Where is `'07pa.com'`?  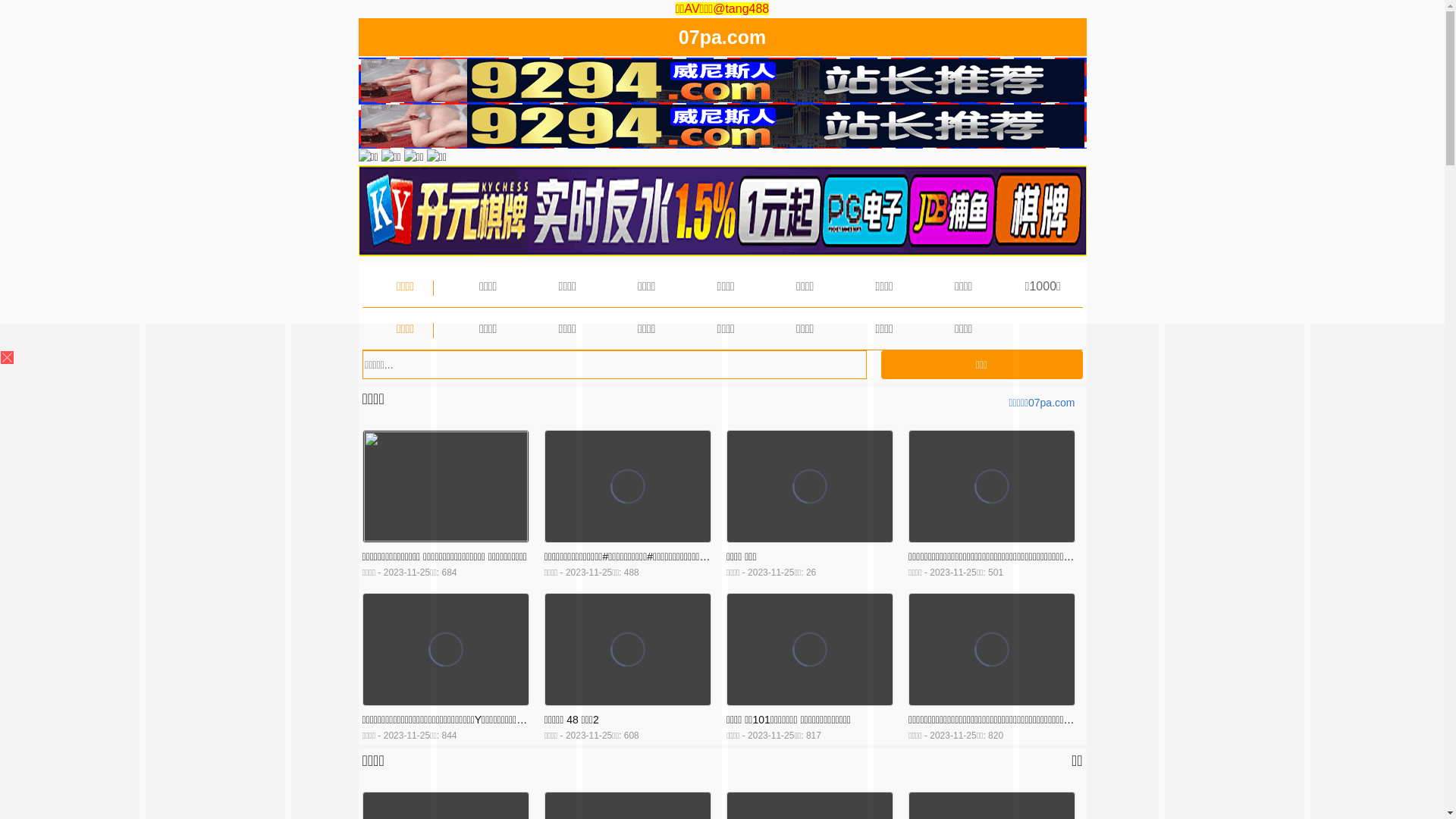
'07pa.com' is located at coordinates (677, 39).